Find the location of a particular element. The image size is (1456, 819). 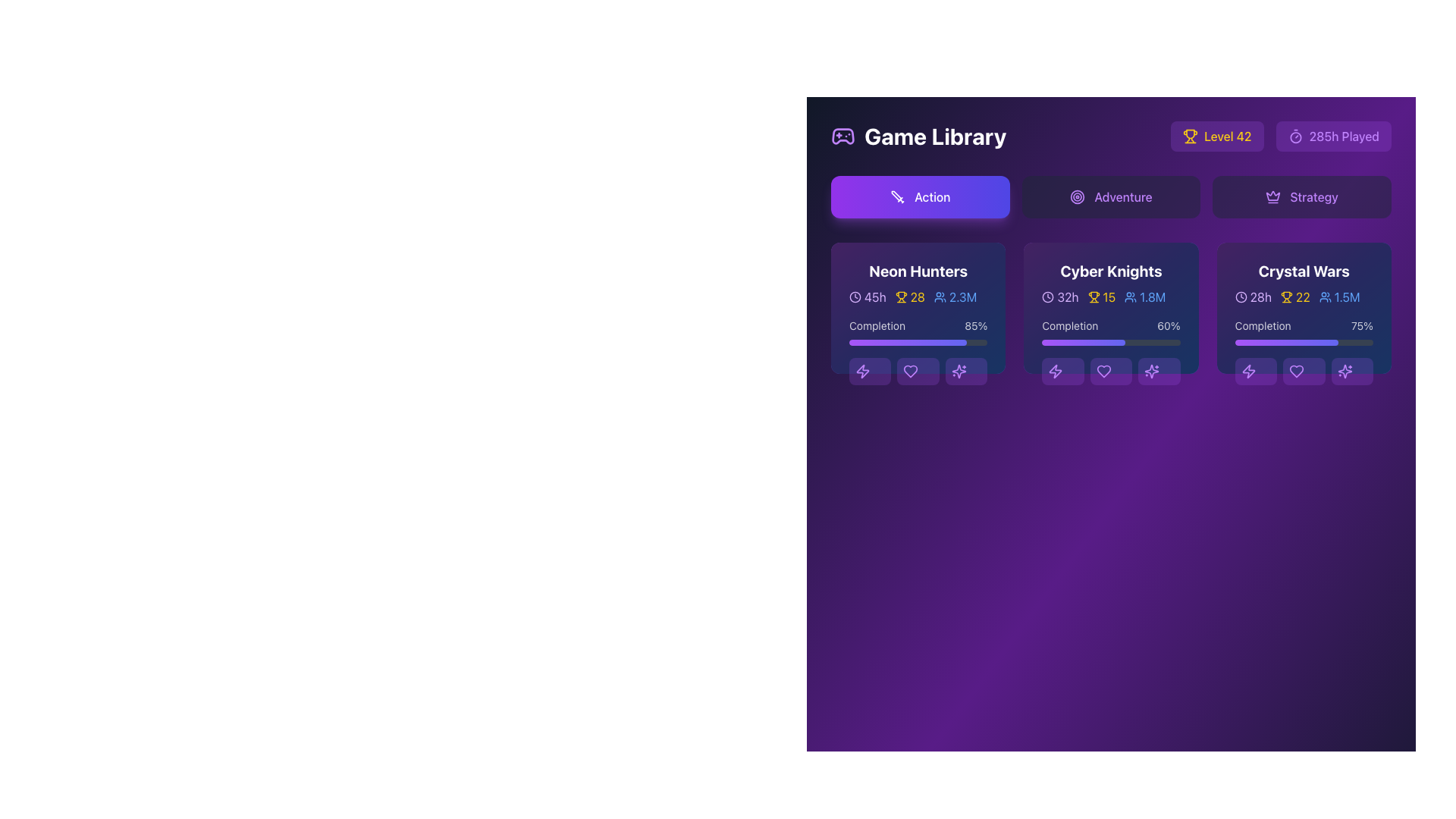

the user statistics label for 'Cyber Knights' by clicking on it to trigger related actions with adjacent components is located at coordinates (1145, 297).